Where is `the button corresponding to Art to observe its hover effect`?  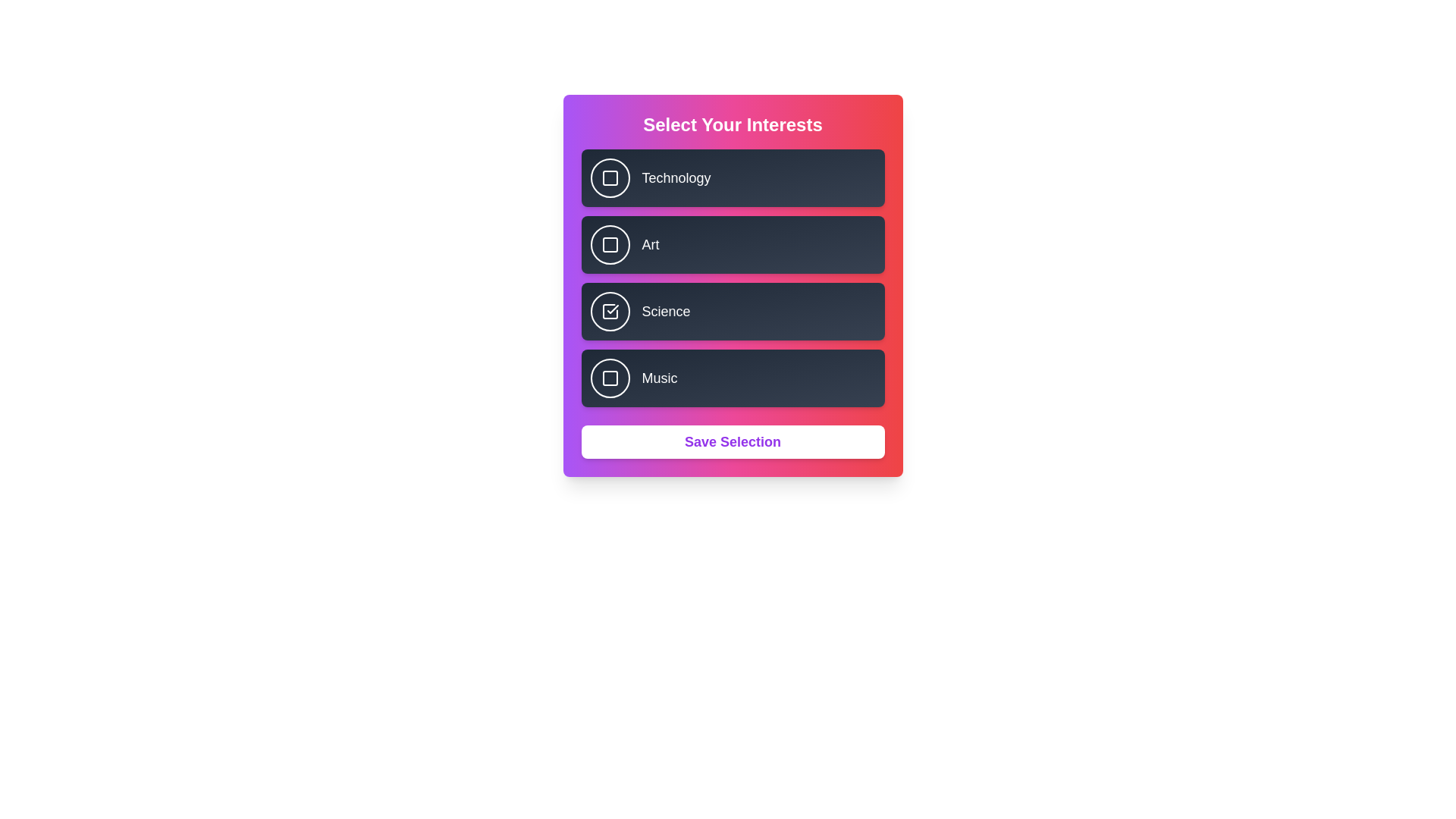 the button corresponding to Art to observe its hover effect is located at coordinates (610, 244).